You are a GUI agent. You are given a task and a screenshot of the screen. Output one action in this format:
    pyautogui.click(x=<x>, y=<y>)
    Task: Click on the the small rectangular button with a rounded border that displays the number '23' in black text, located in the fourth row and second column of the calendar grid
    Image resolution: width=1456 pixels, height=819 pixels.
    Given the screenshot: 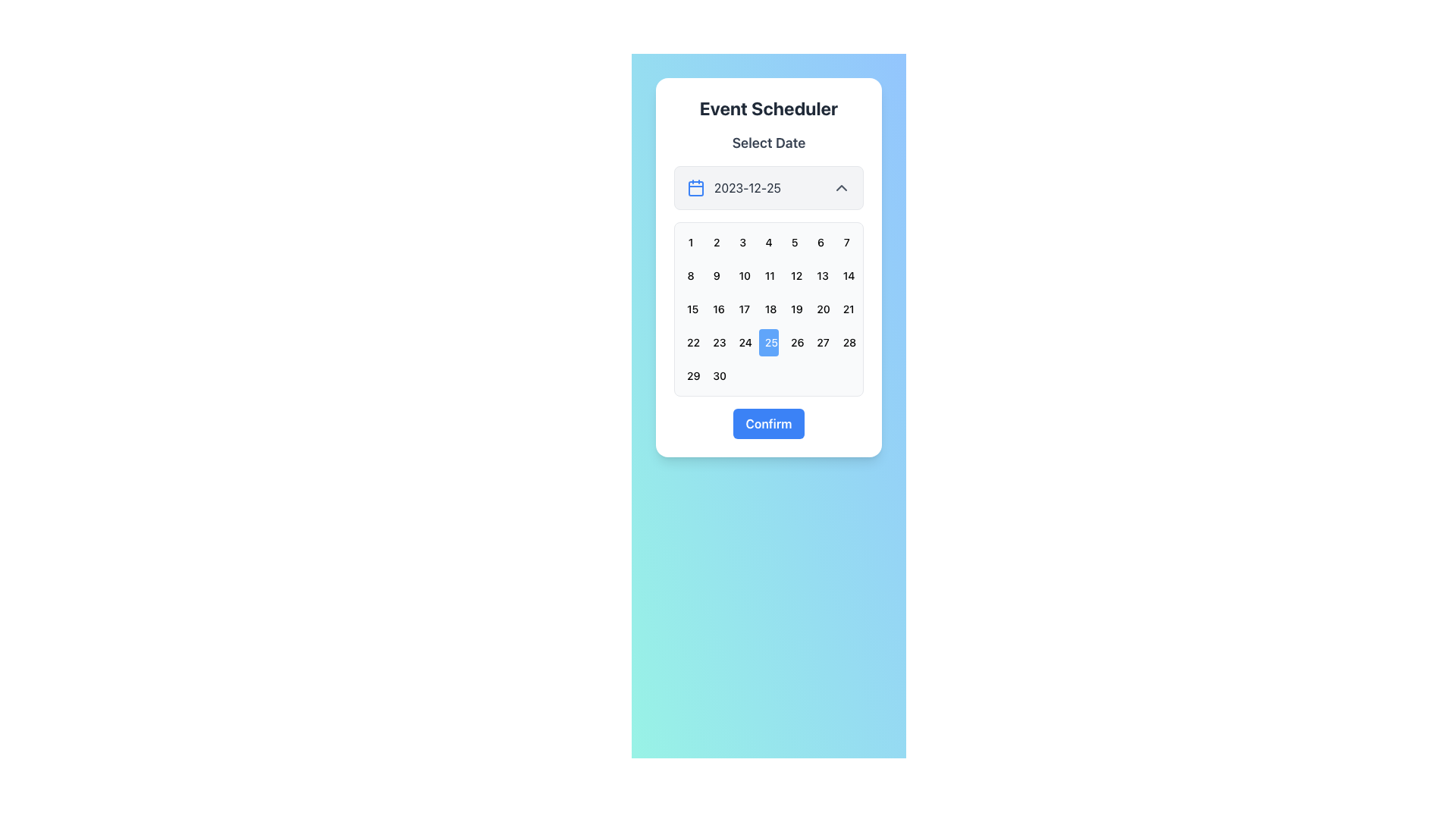 What is the action you would take?
    pyautogui.click(x=716, y=342)
    